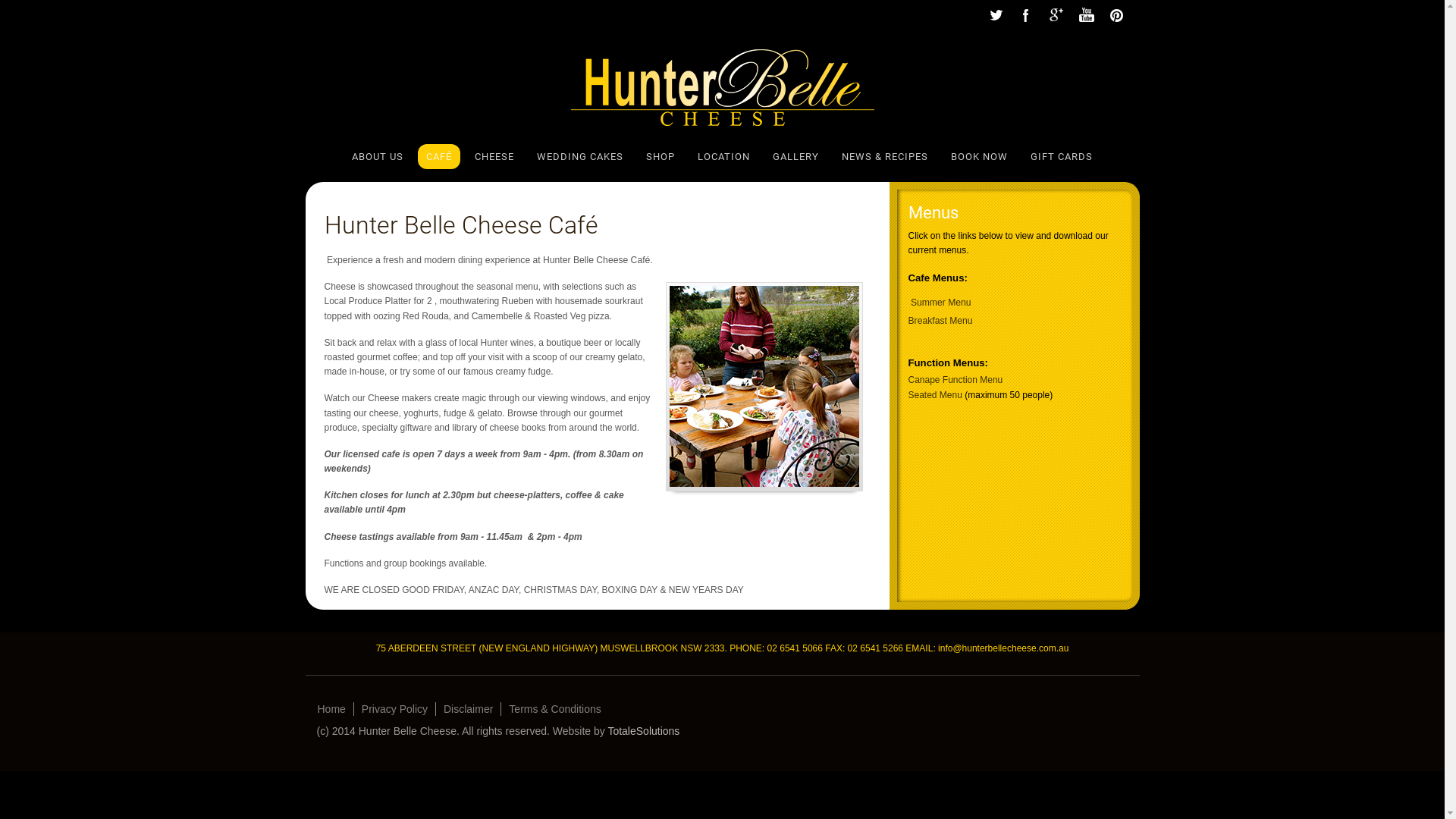  What do you see at coordinates (764, 385) in the screenshot?
I see `'Hunter Belle Cheese Cafe'` at bounding box center [764, 385].